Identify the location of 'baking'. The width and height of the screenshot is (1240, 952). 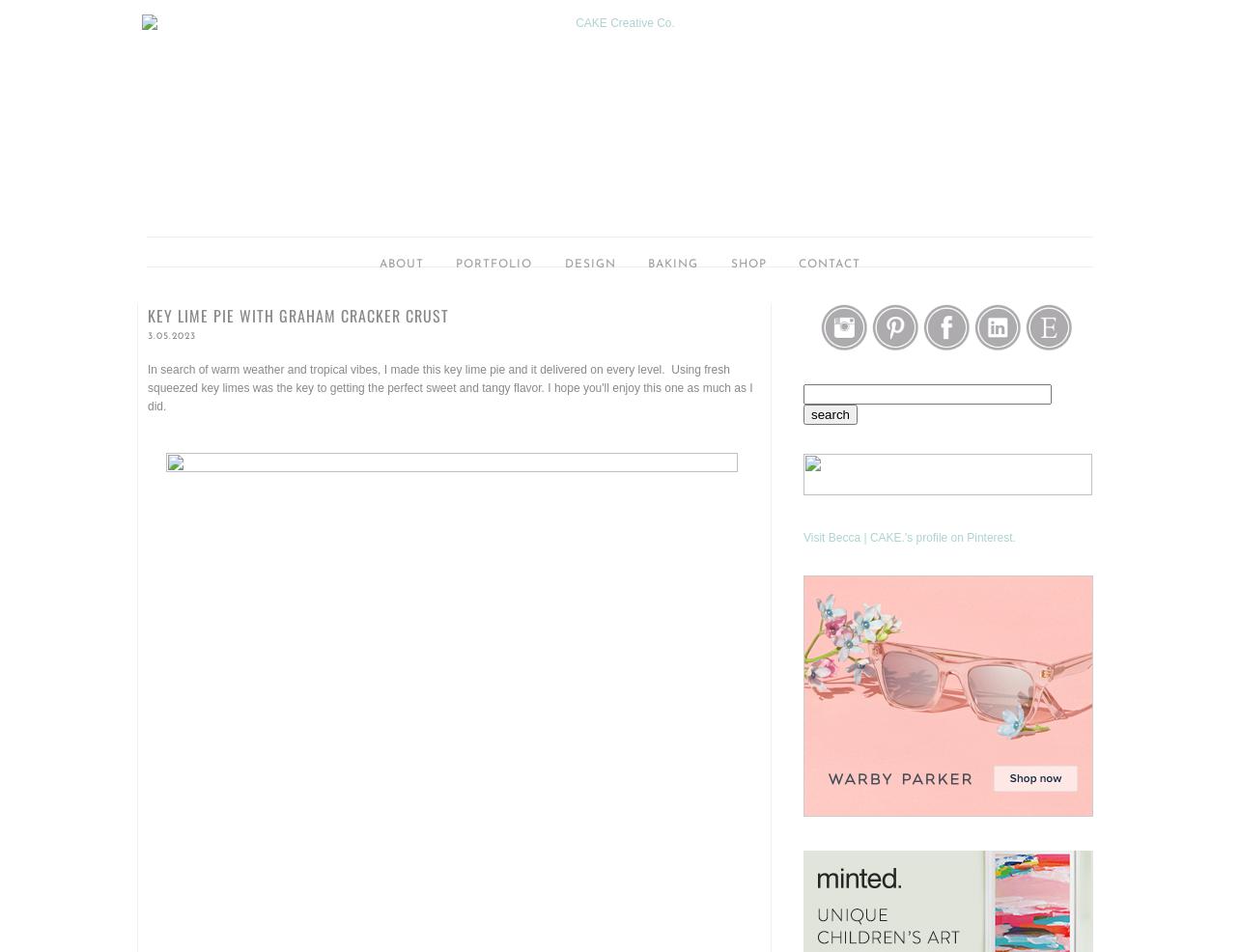
(672, 265).